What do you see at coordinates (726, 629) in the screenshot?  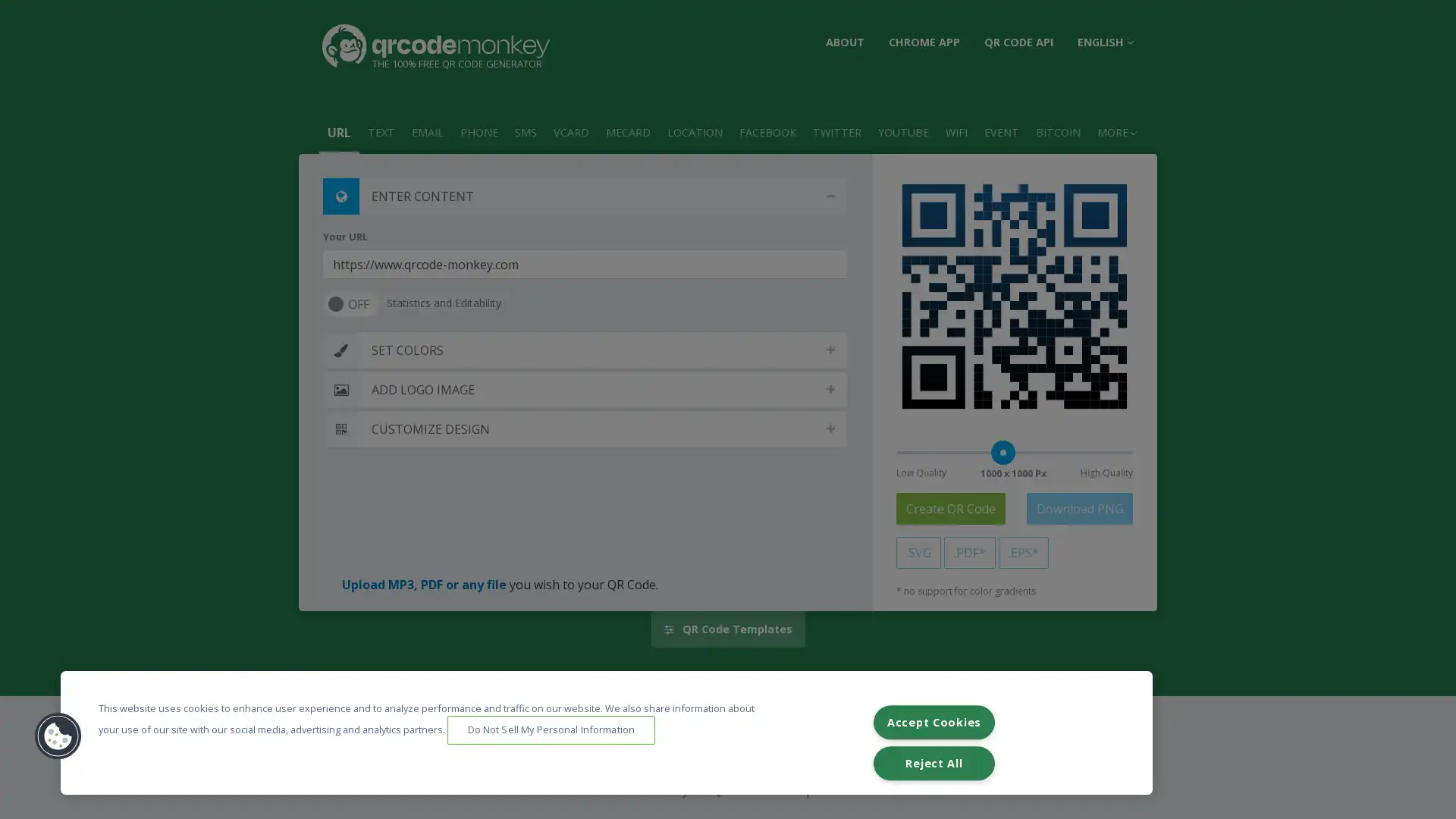 I see `QR Code Templates` at bounding box center [726, 629].